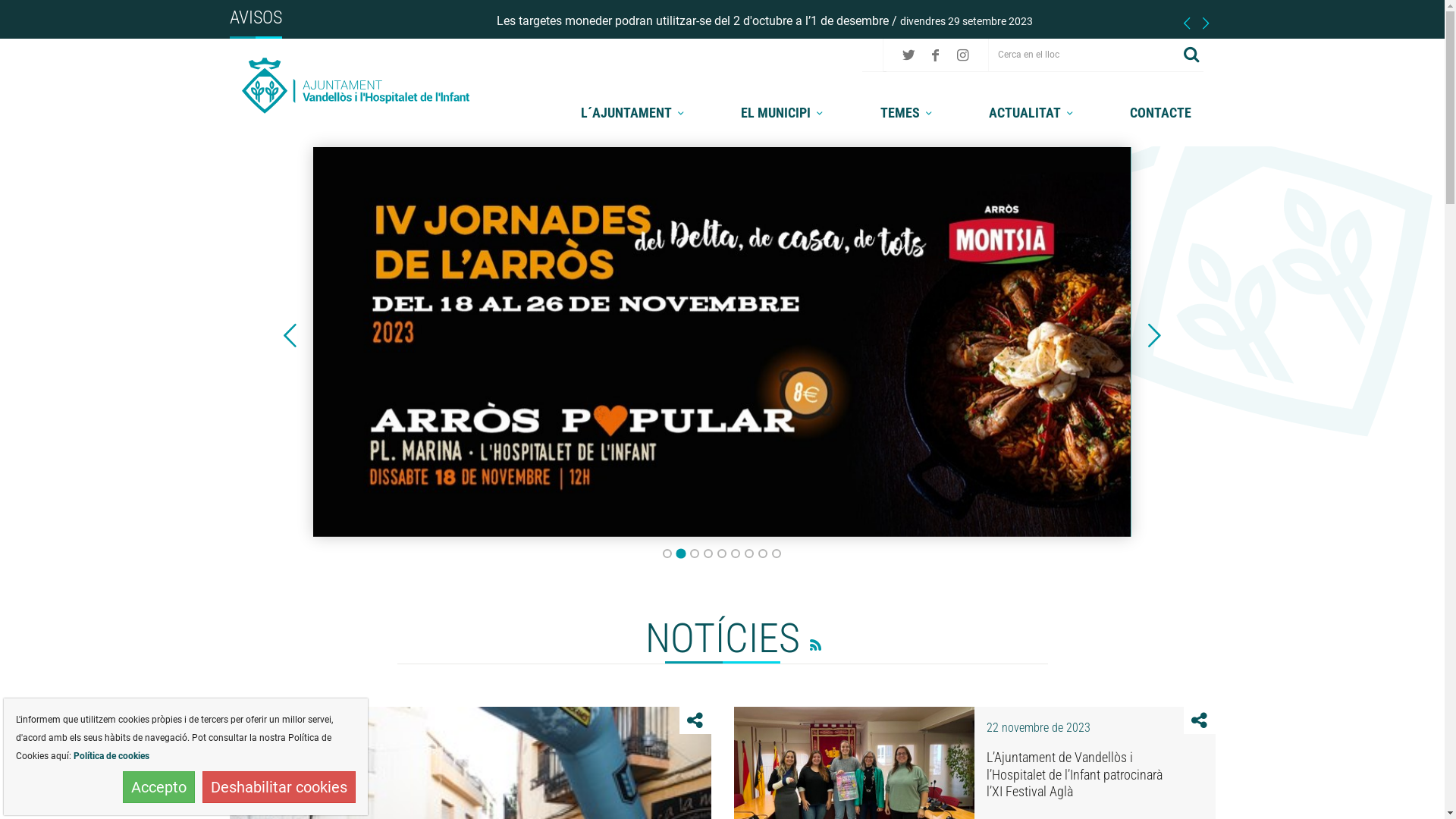 The width and height of the screenshot is (1456, 819). Describe the element at coordinates (290, 335) in the screenshot. I see `'Anterior'` at that location.